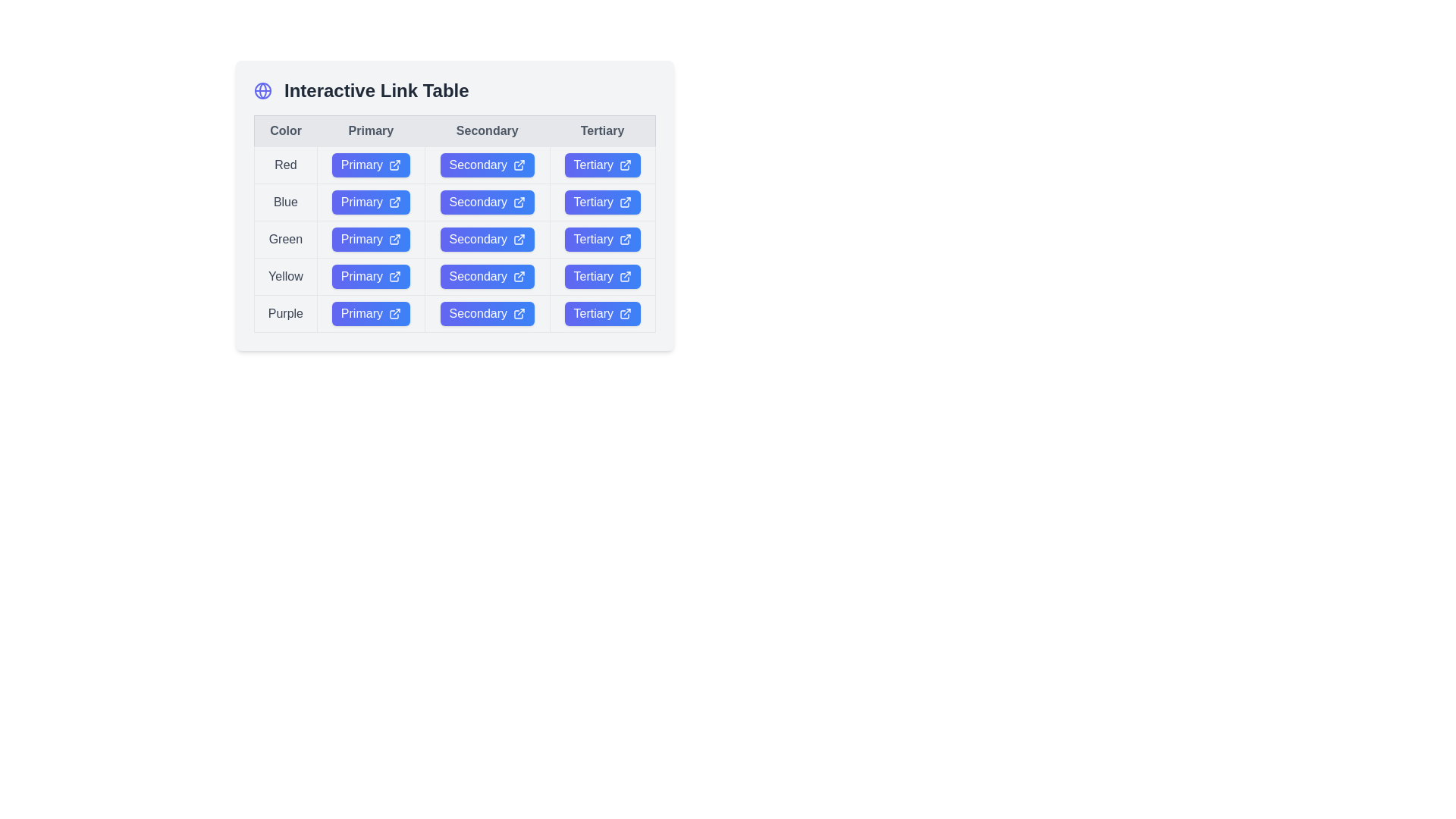 The width and height of the screenshot is (1456, 819). What do you see at coordinates (601, 165) in the screenshot?
I see `the 'Tertiary' button with a gradient background and white text` at bounding box center [601, 165].